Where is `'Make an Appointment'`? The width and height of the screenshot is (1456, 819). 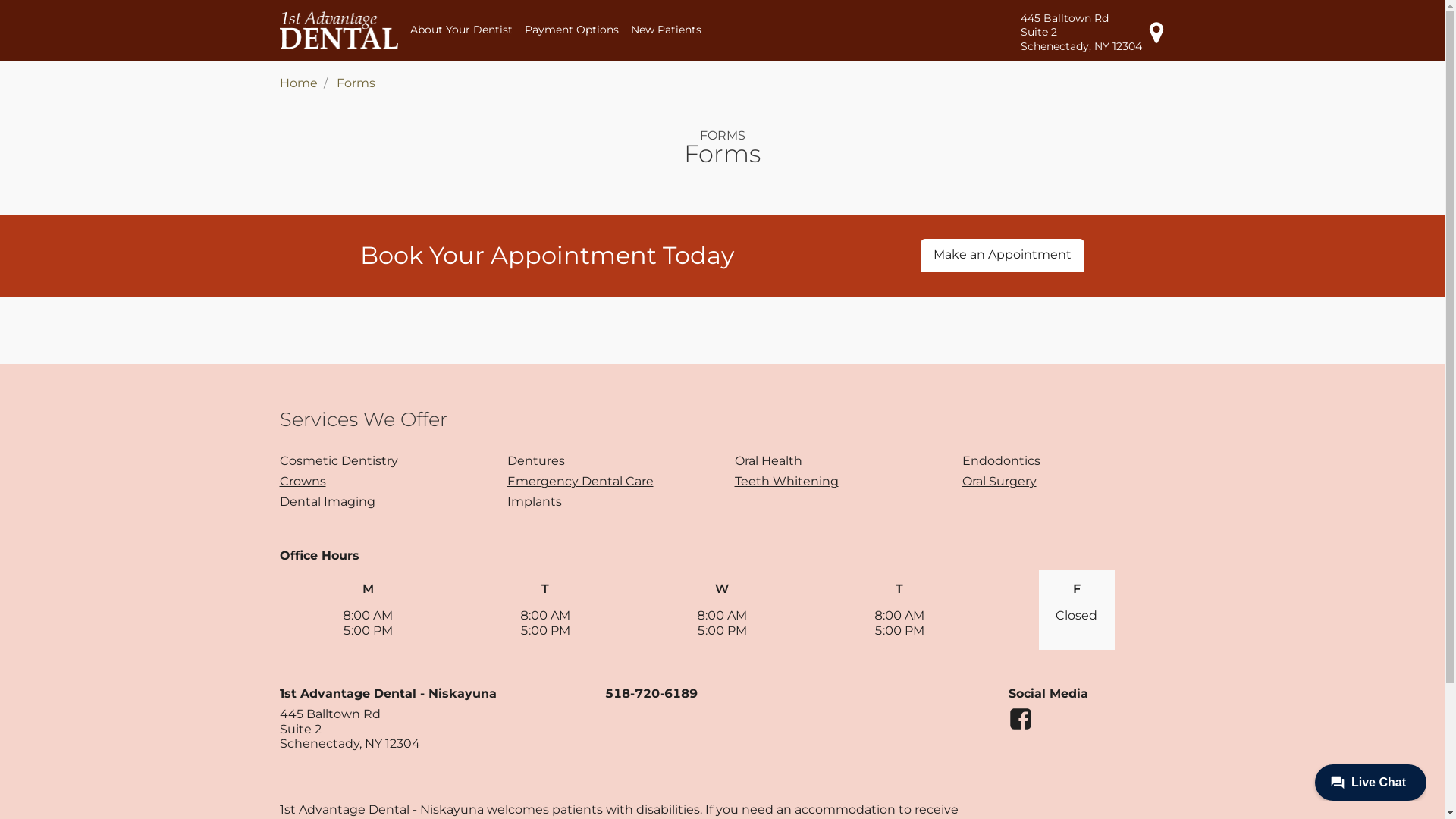 'Make an Appointment' is located at coordinates (1002, 254).